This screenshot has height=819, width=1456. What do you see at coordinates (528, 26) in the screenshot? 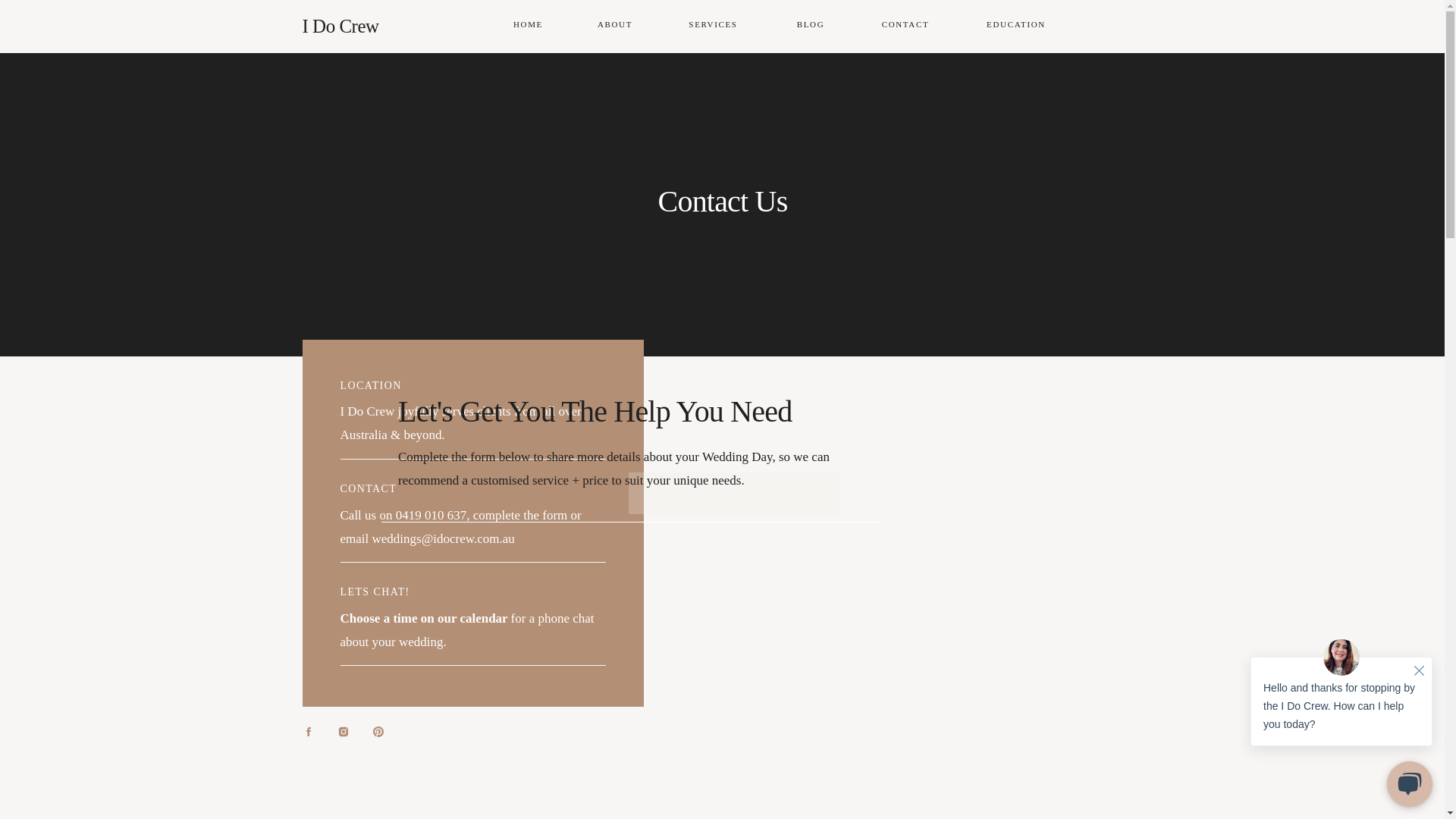
I see `'HOME'` at bounding box center [528, 26].